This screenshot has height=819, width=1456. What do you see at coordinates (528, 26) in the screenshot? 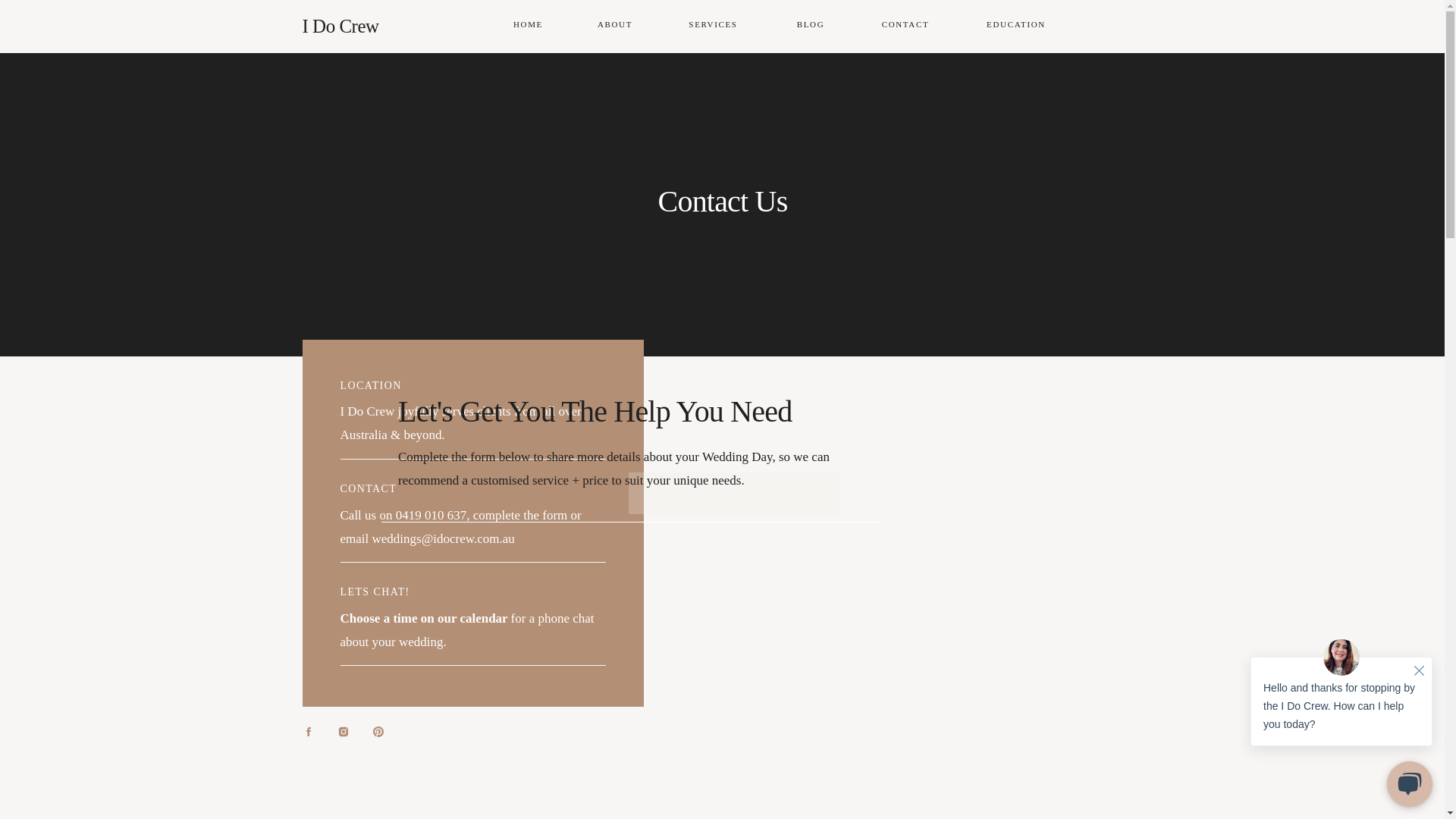
I see `'HOME'` at bounding box center [528, 26].